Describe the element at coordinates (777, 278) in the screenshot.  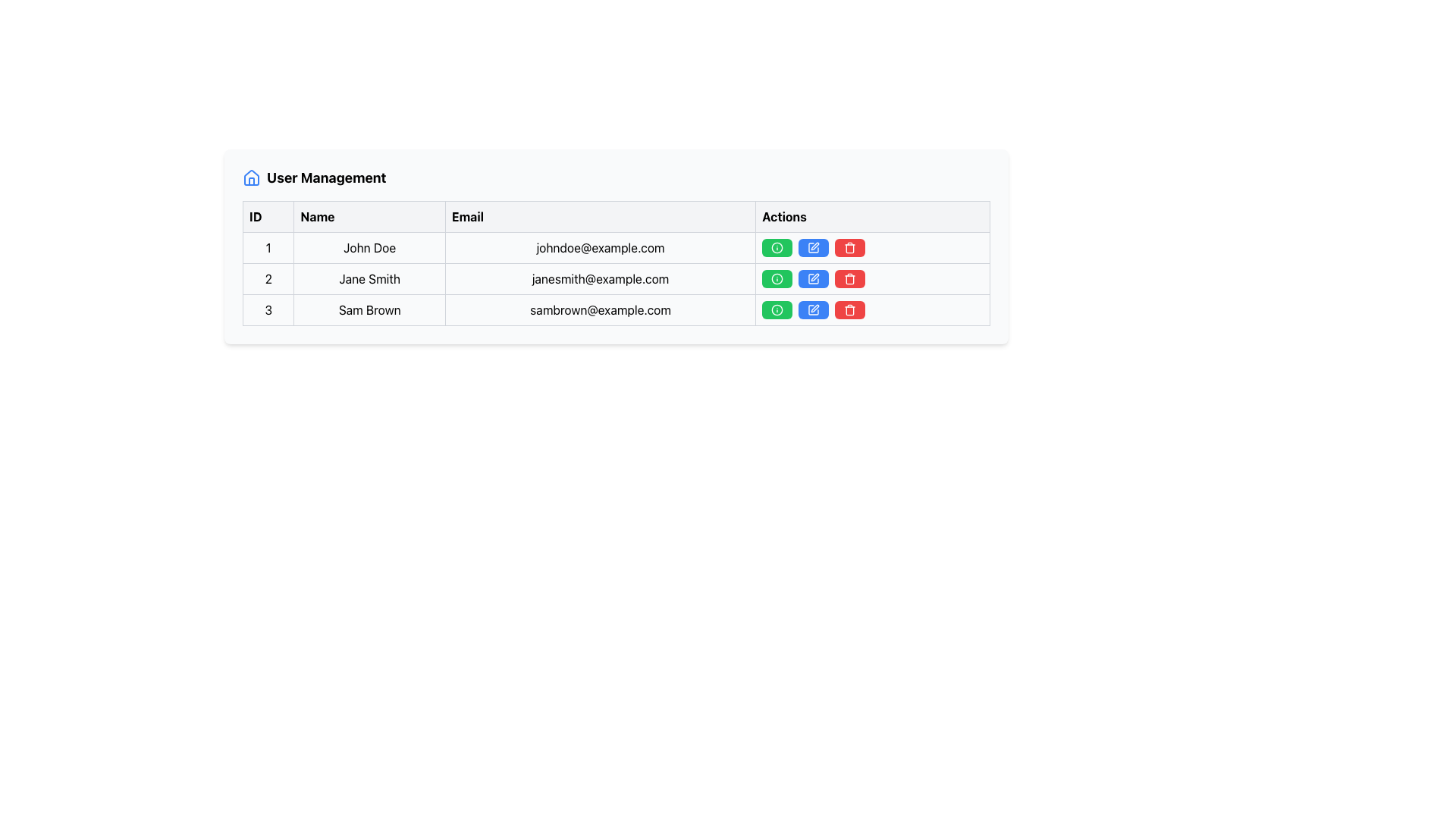
I see `the SVG graphic component (circle) located in the 'Actions' column of the second row representing user 'Jane Smith' with email 'janesmith@example.com'` at that location.